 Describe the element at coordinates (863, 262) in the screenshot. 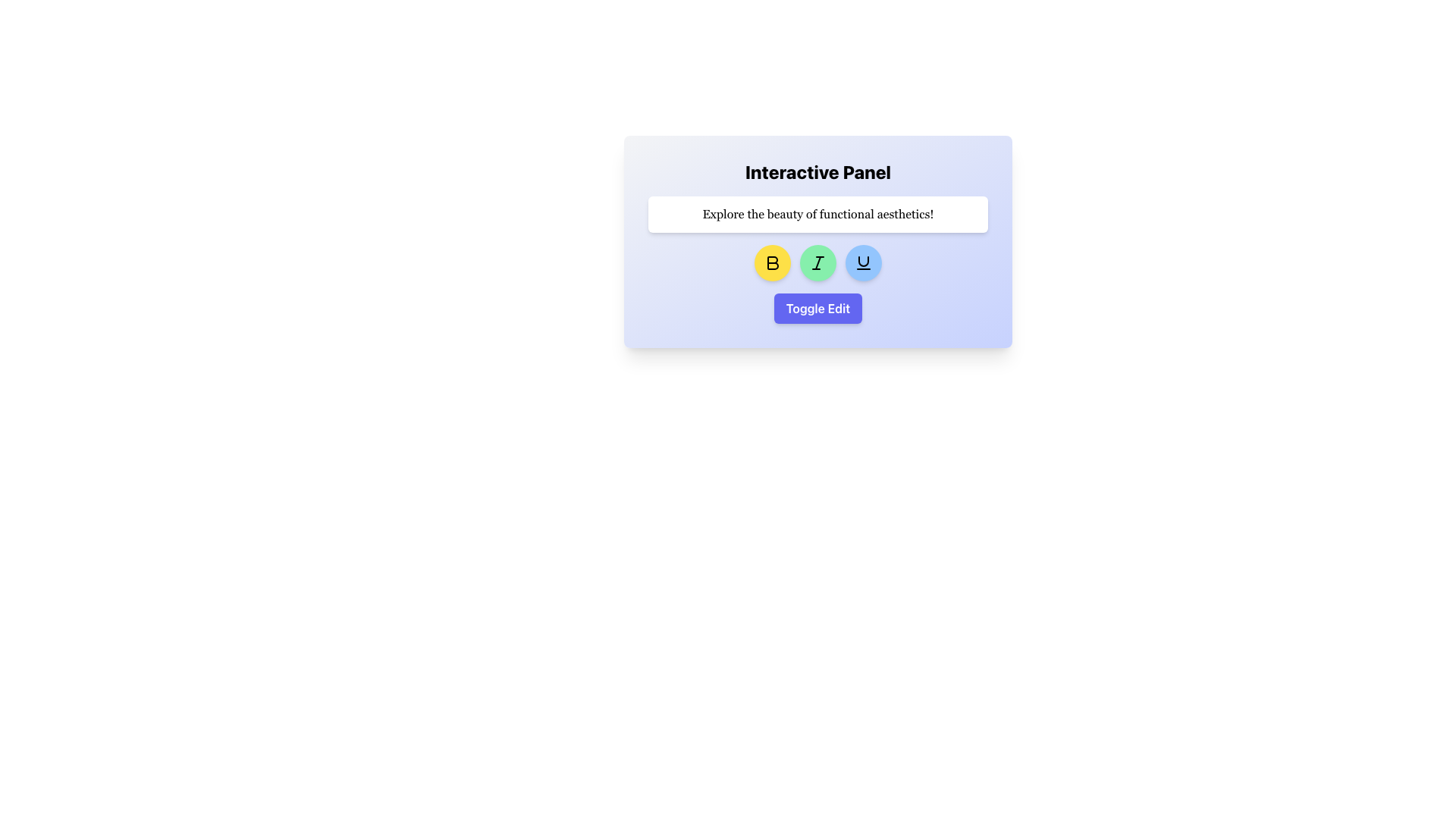

I see `the underline button using keyboard navigation` at that location.